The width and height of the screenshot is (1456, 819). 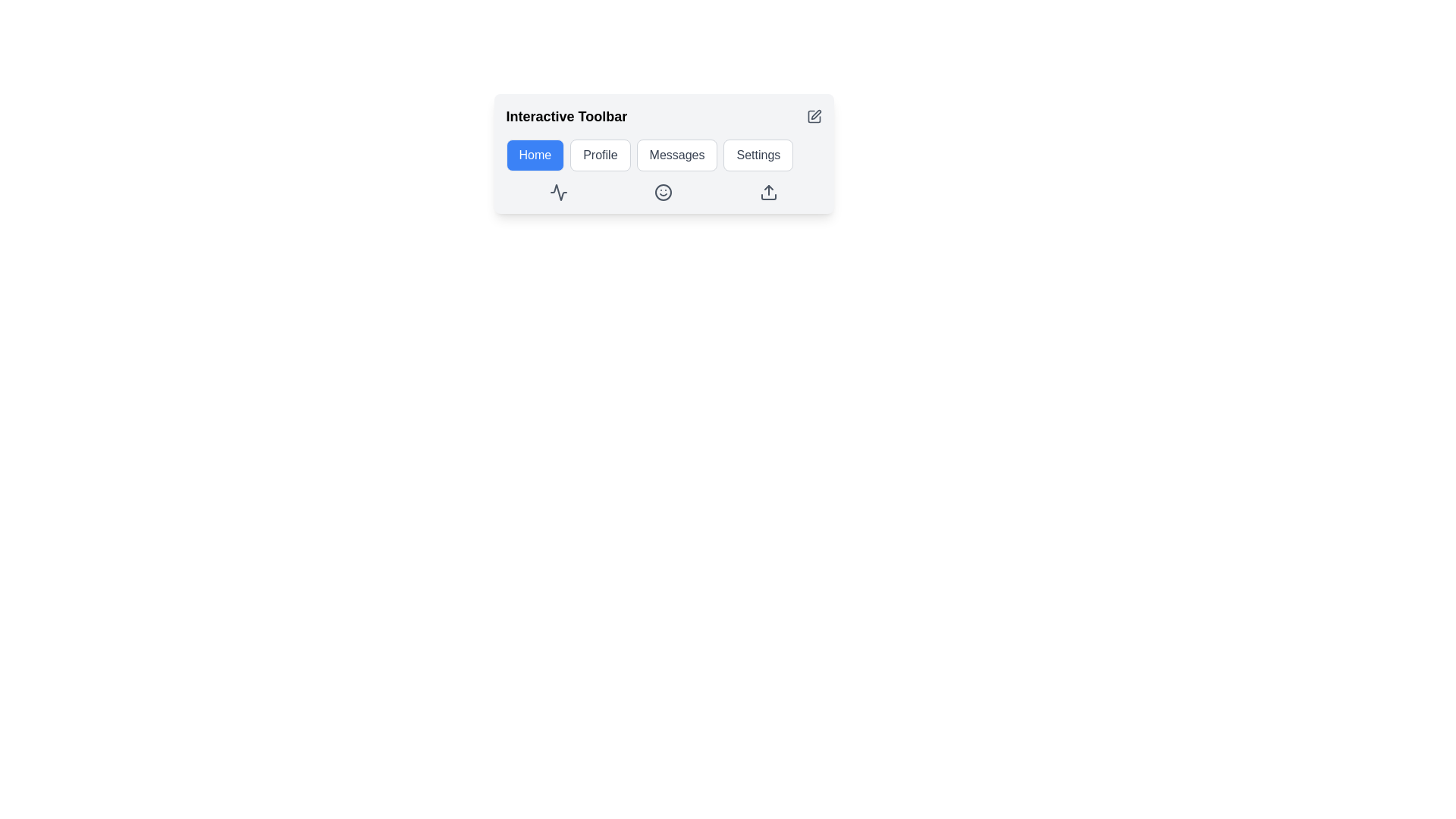 I want to click on lower part of the 'upload' icon represented by the vector graphic component in the toolbar for debugging purposes, so click(x=769, y=196).